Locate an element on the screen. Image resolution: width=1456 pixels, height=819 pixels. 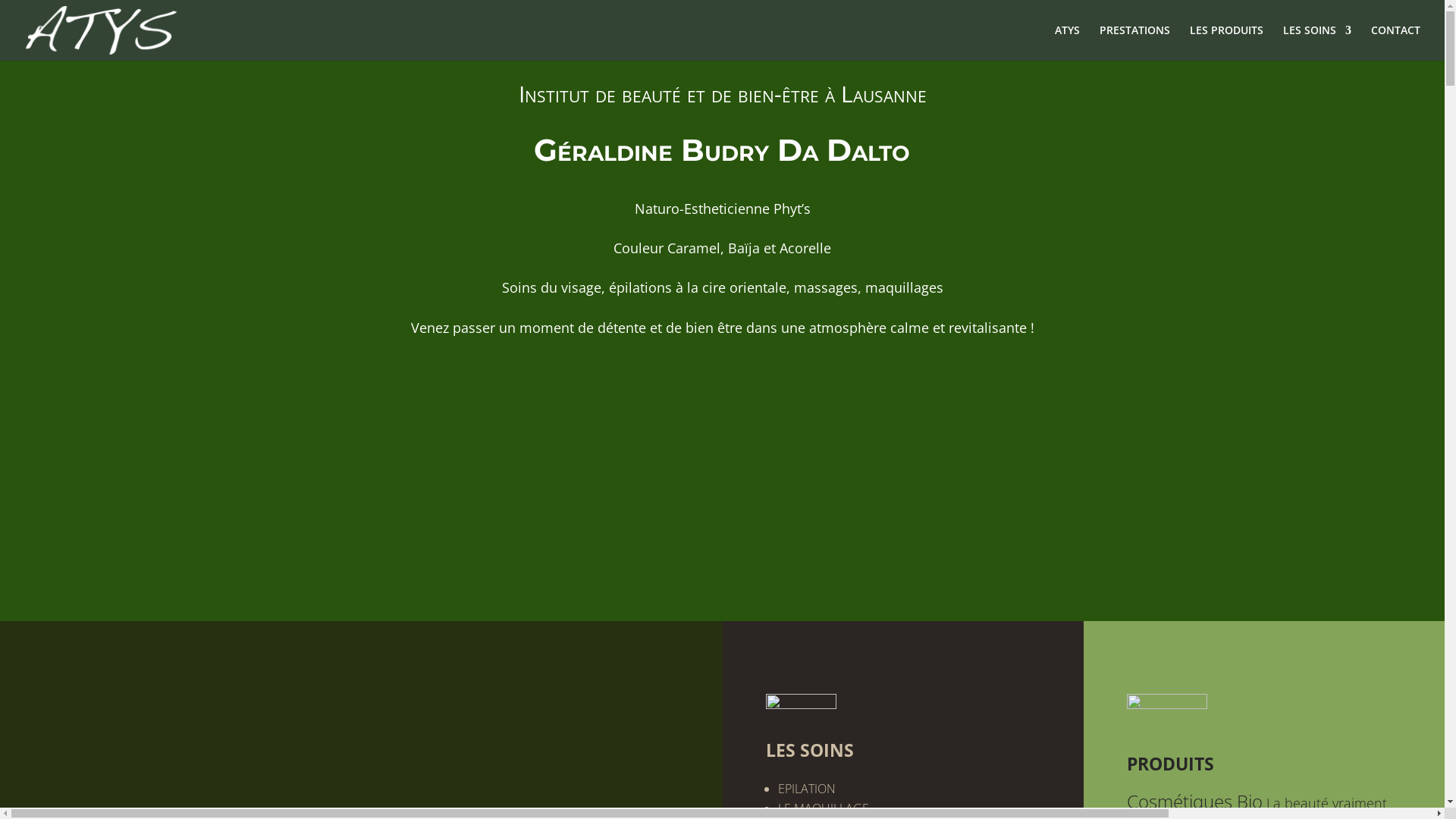
'PRESTATIONS' is located at coordinates (1099, 42).